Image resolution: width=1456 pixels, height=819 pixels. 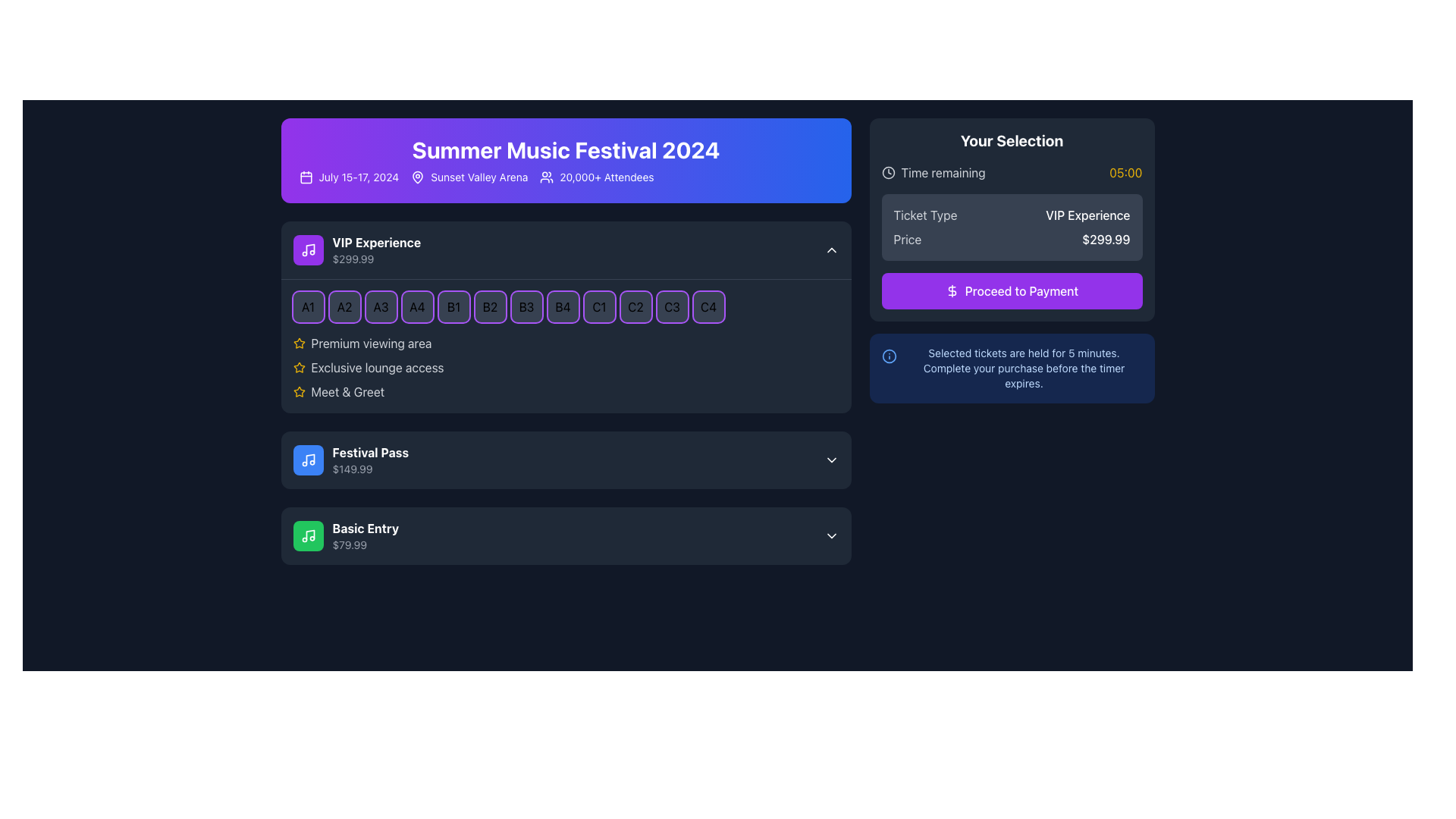 What do you see at coordinates (907, 239) in the screenshot?
I see `the static text label displaying 'Price' in gray font, located in the 'Your Selection' section on the right side of the layout, preceding the '$299.99' text` at bounding box center [907, 239].